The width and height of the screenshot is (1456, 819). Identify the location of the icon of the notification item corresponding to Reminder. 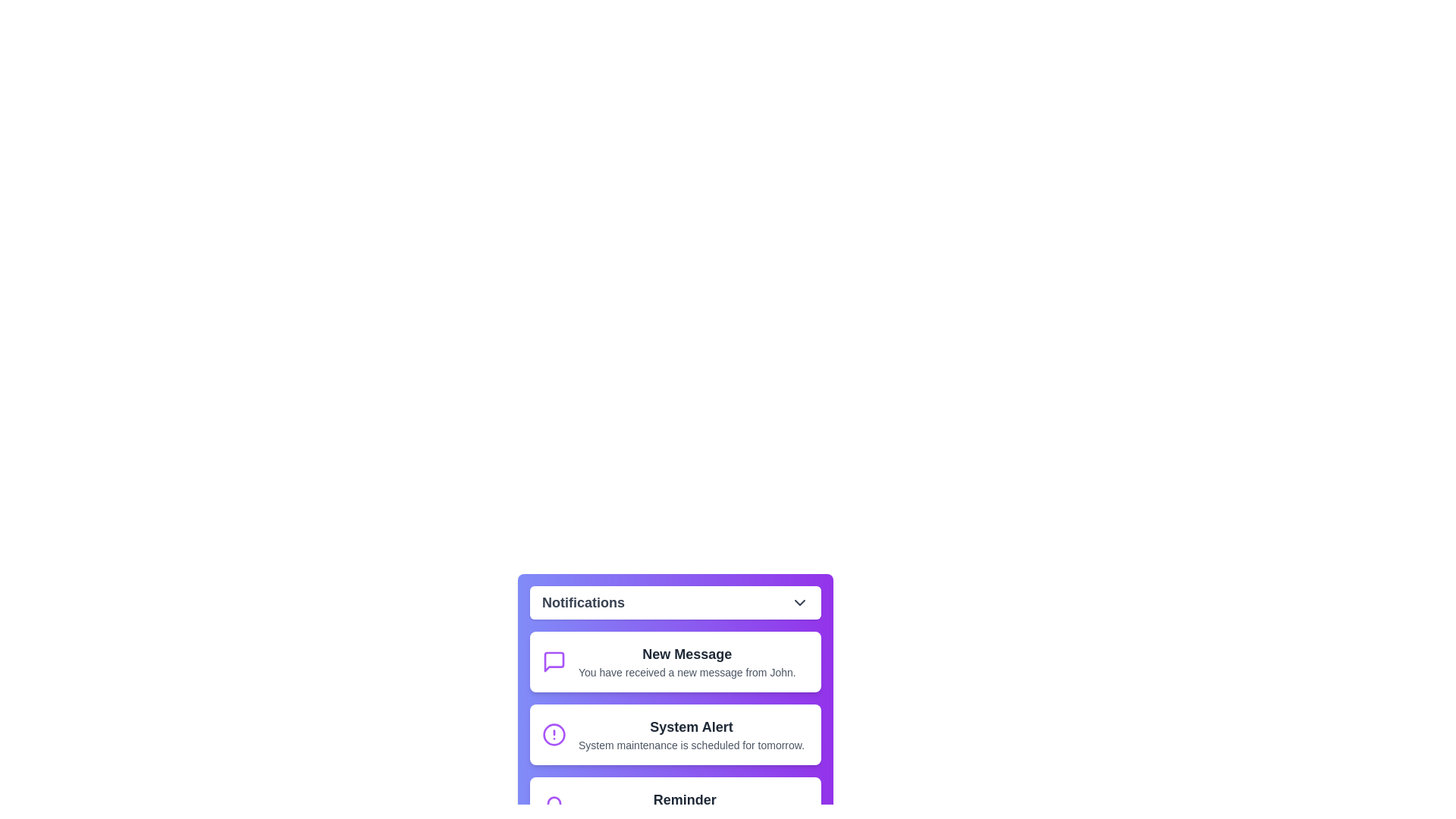
(553, 806).